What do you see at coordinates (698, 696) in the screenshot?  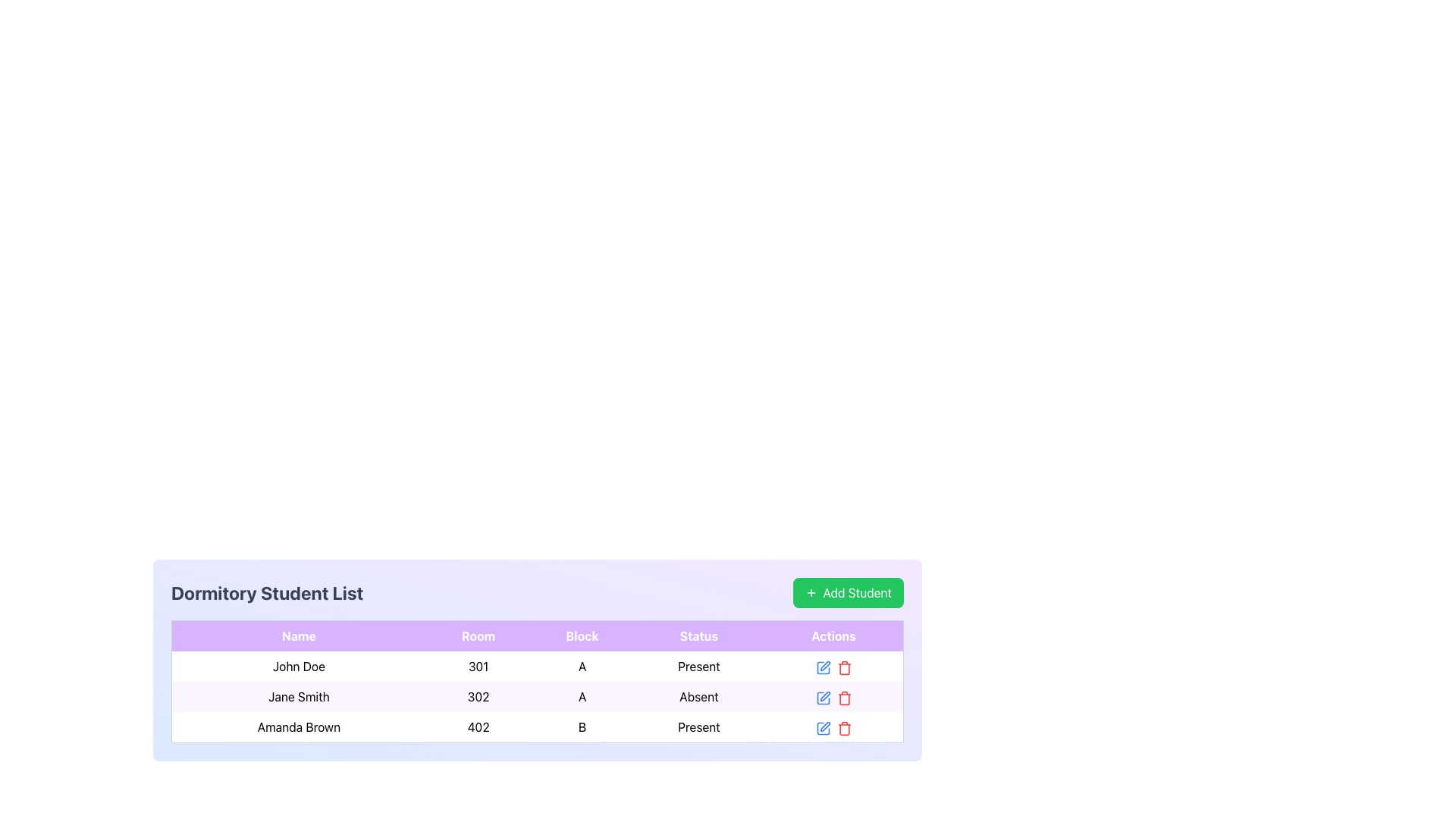 I see `the attendance status text indicating that Jane Smith is 'Absent', located in the 'Status' column of the table` at bounding box center [698, 696].